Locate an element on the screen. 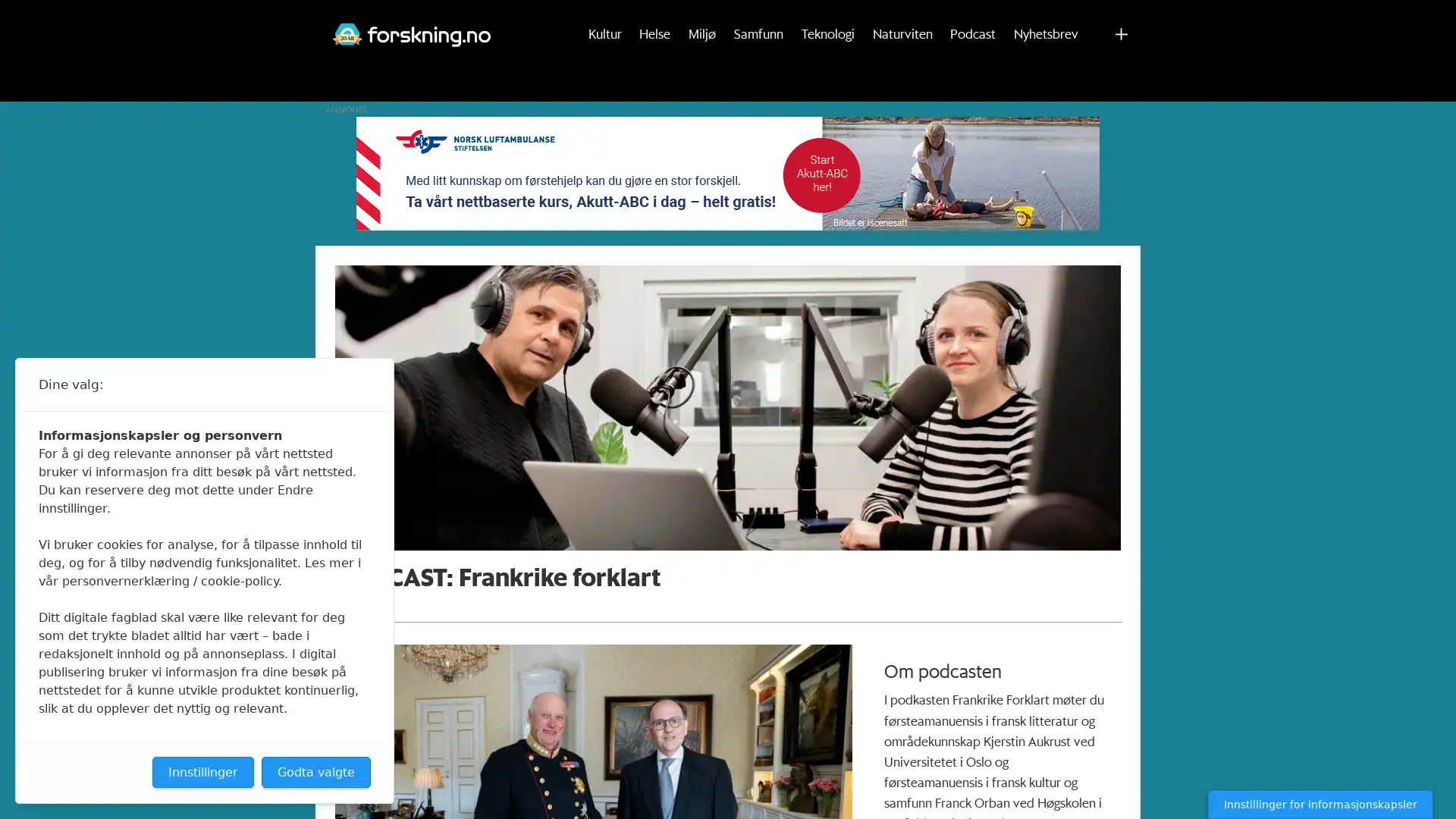 This screenshot has width=1456, height=819. logo for ung.forskning.no is located at coordinates (1069, 17).